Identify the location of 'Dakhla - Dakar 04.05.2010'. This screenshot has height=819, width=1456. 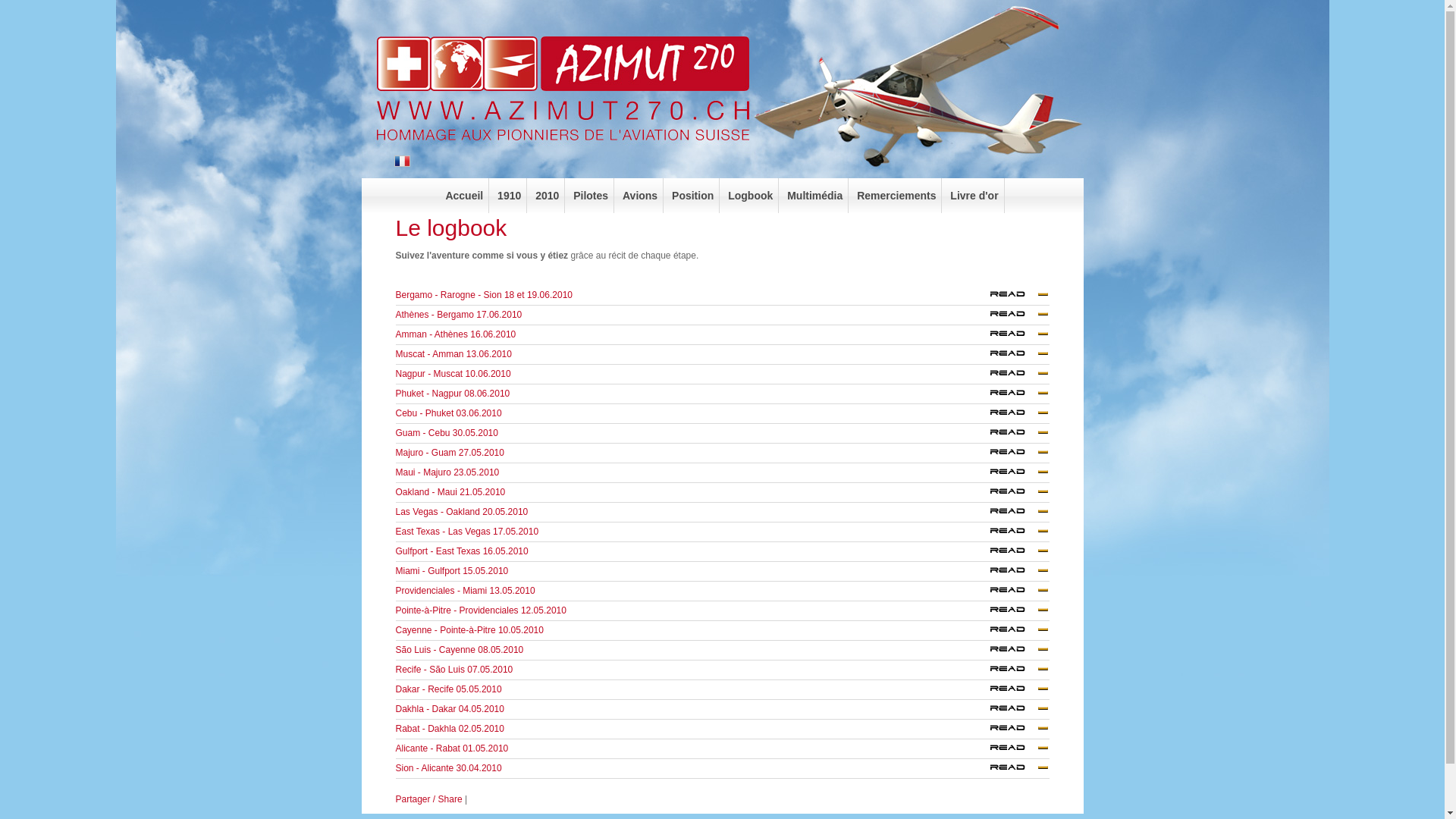
(449, 708).